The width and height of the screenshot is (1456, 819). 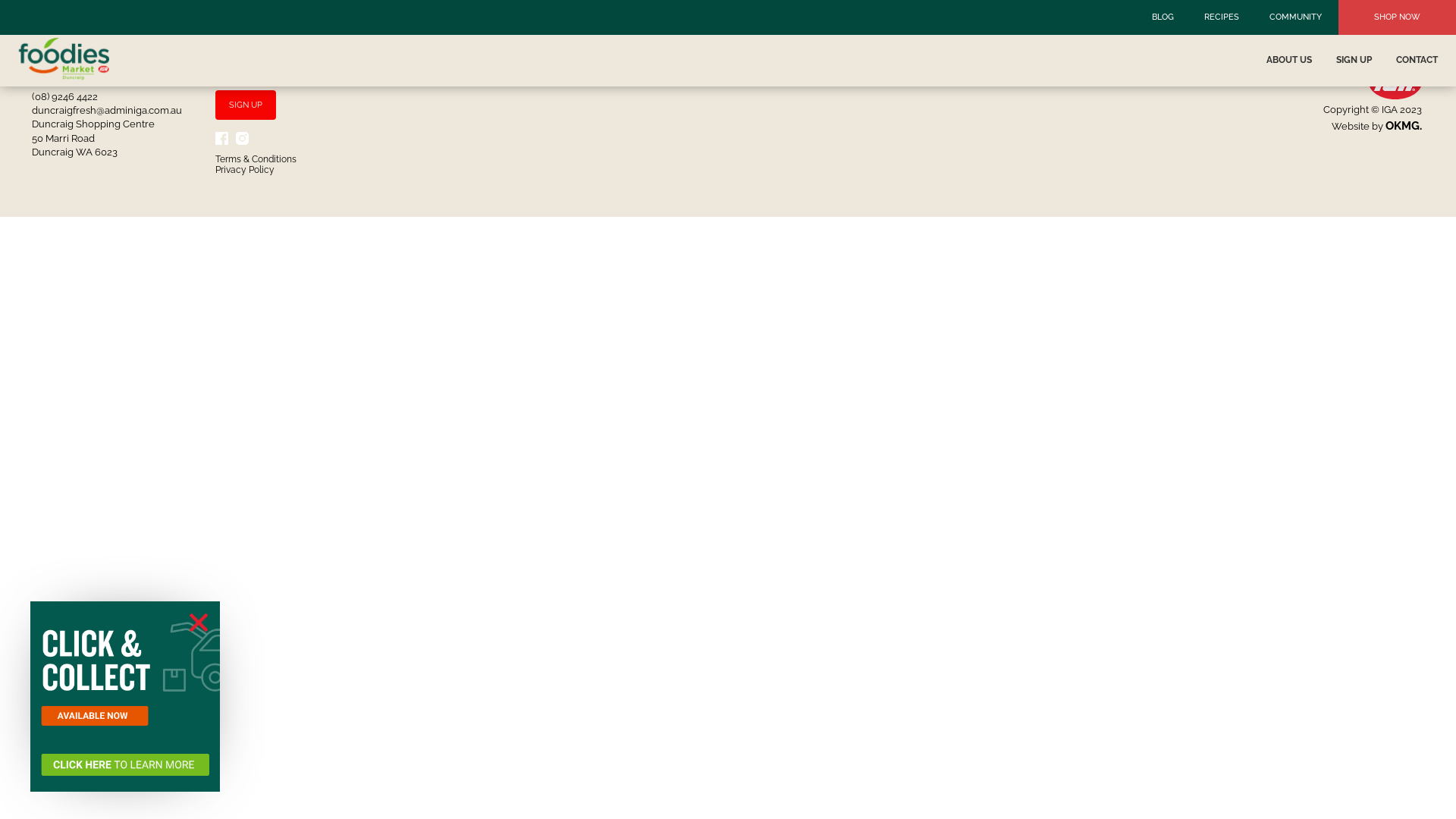 What do you see at coordinates (1416, 58) in the screenshot?
I see `'CONTACT'` at bounding box center [1416, 58].